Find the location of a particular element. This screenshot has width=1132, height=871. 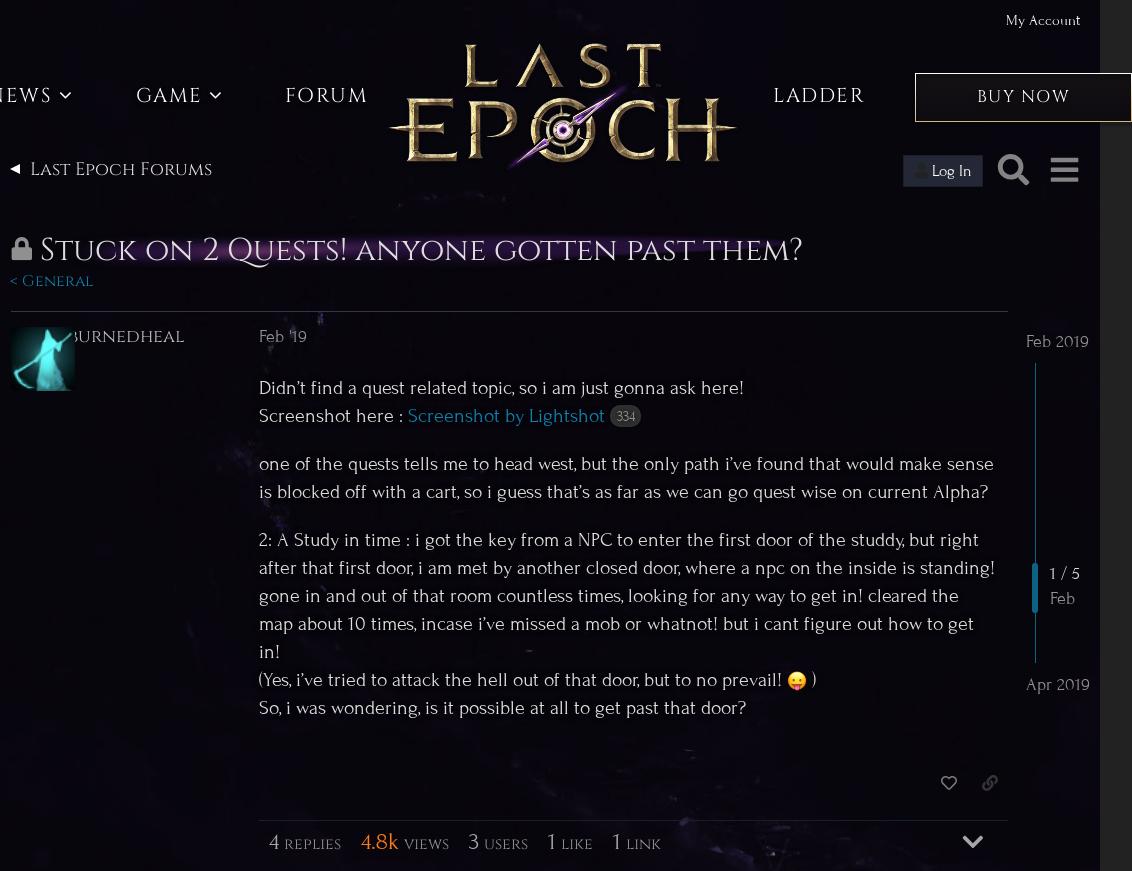

'Buy Now' is located at coordinates (1022, 96).